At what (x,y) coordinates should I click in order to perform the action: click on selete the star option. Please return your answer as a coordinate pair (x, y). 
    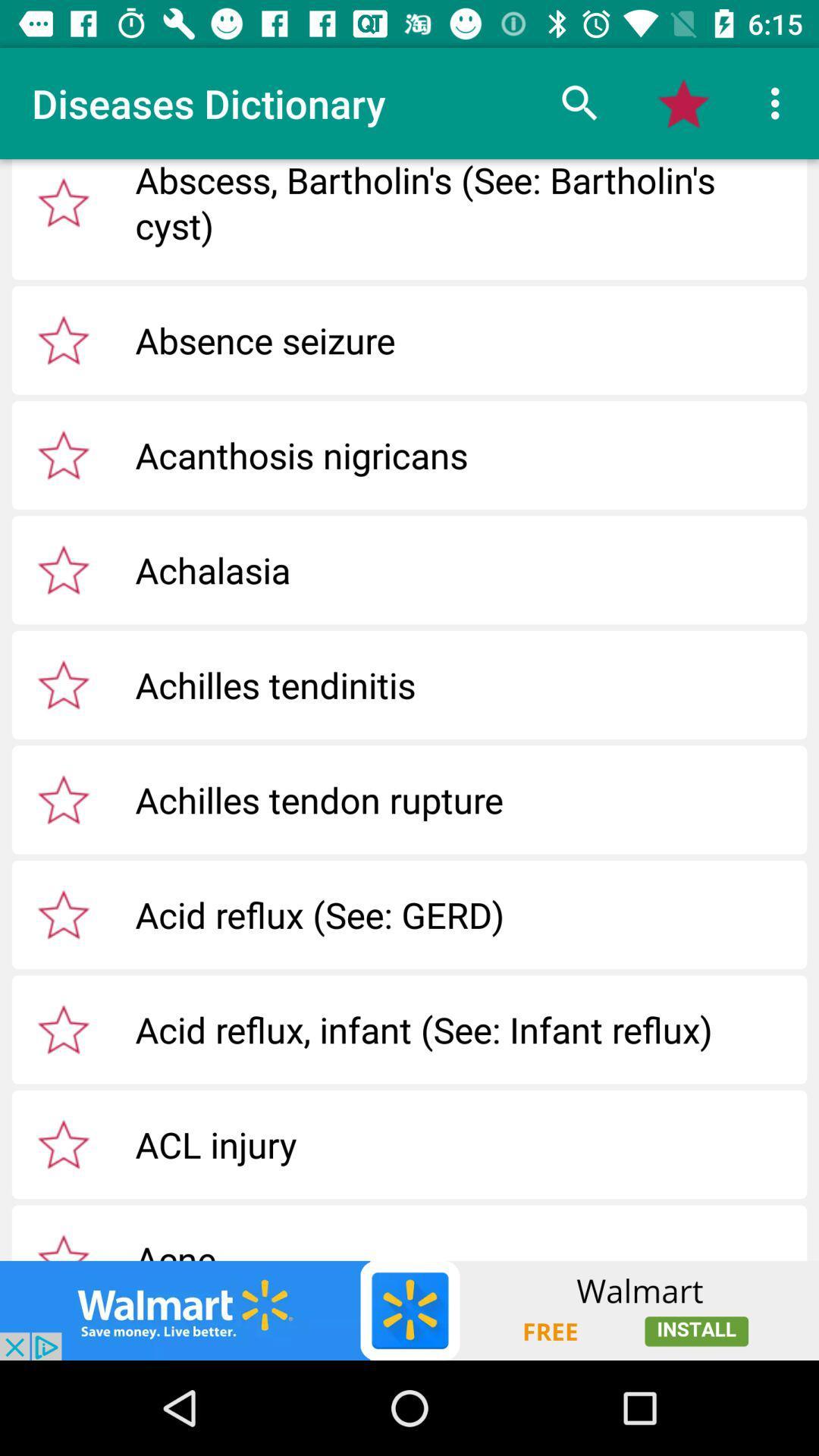
    Looking at the image, I should click on (63, 1244).